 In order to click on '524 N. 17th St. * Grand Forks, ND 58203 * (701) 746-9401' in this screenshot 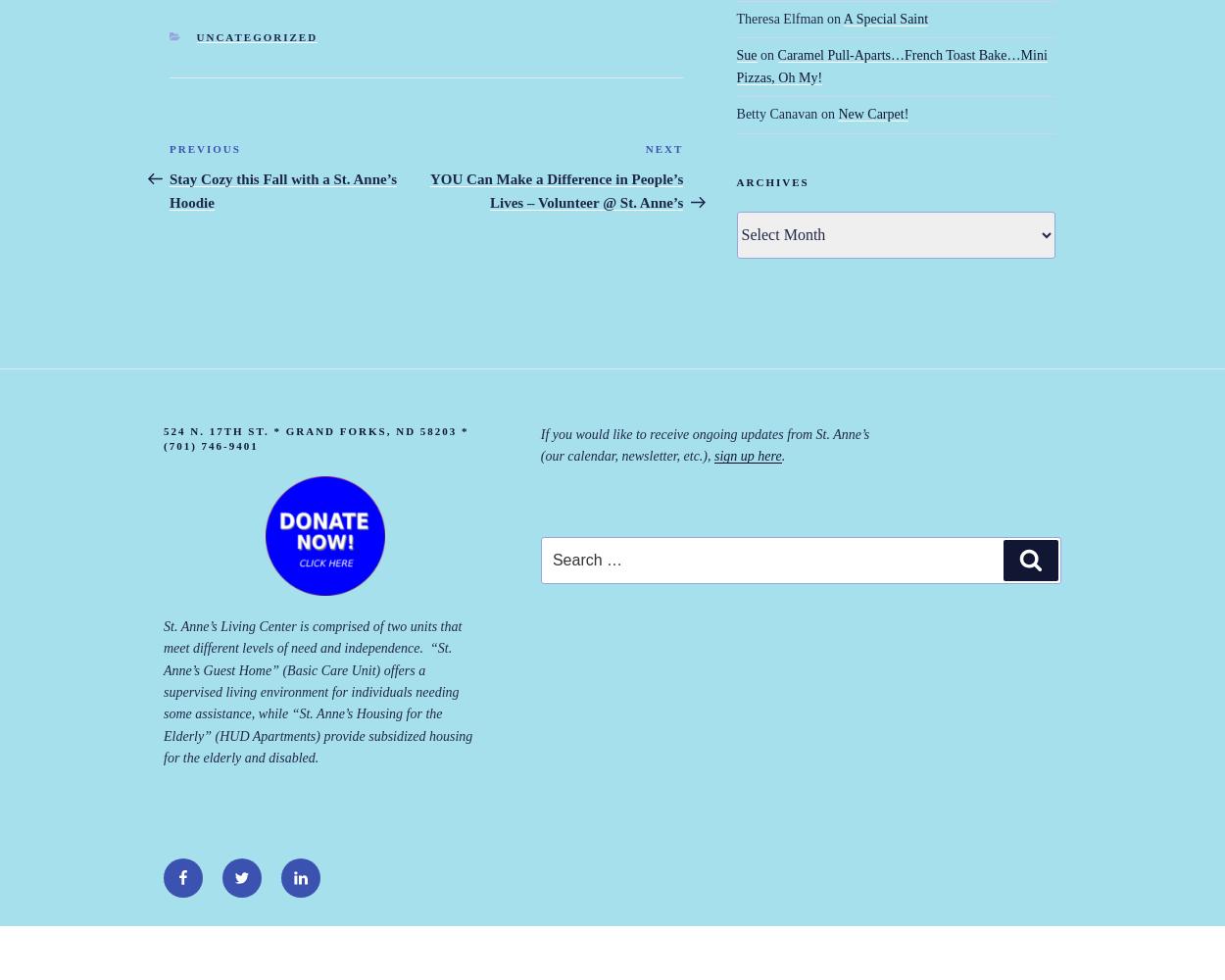, I will do `click(315, 437)`.